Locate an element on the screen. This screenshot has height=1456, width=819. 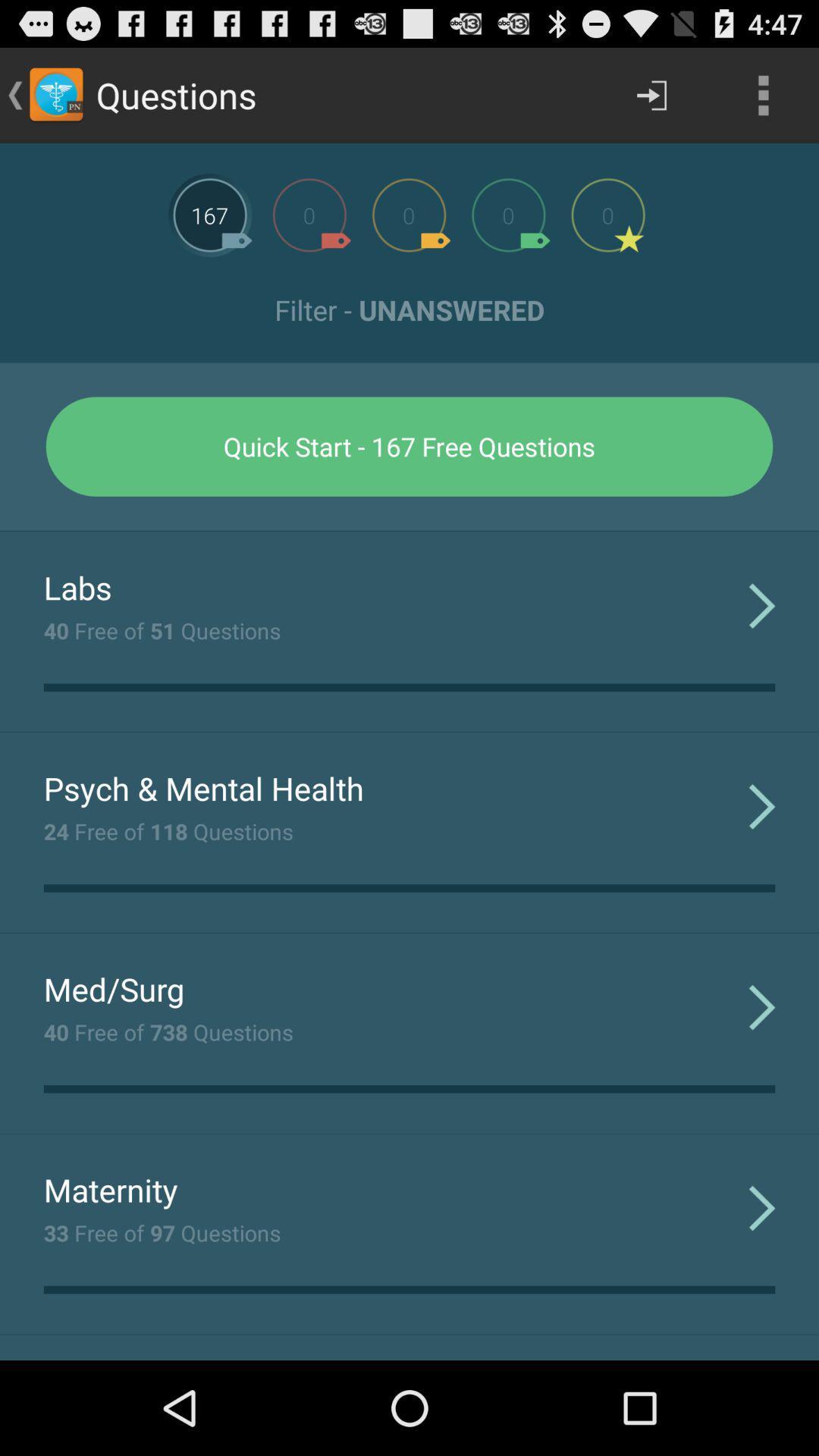
labs icon is located at coordinates (77, 586).